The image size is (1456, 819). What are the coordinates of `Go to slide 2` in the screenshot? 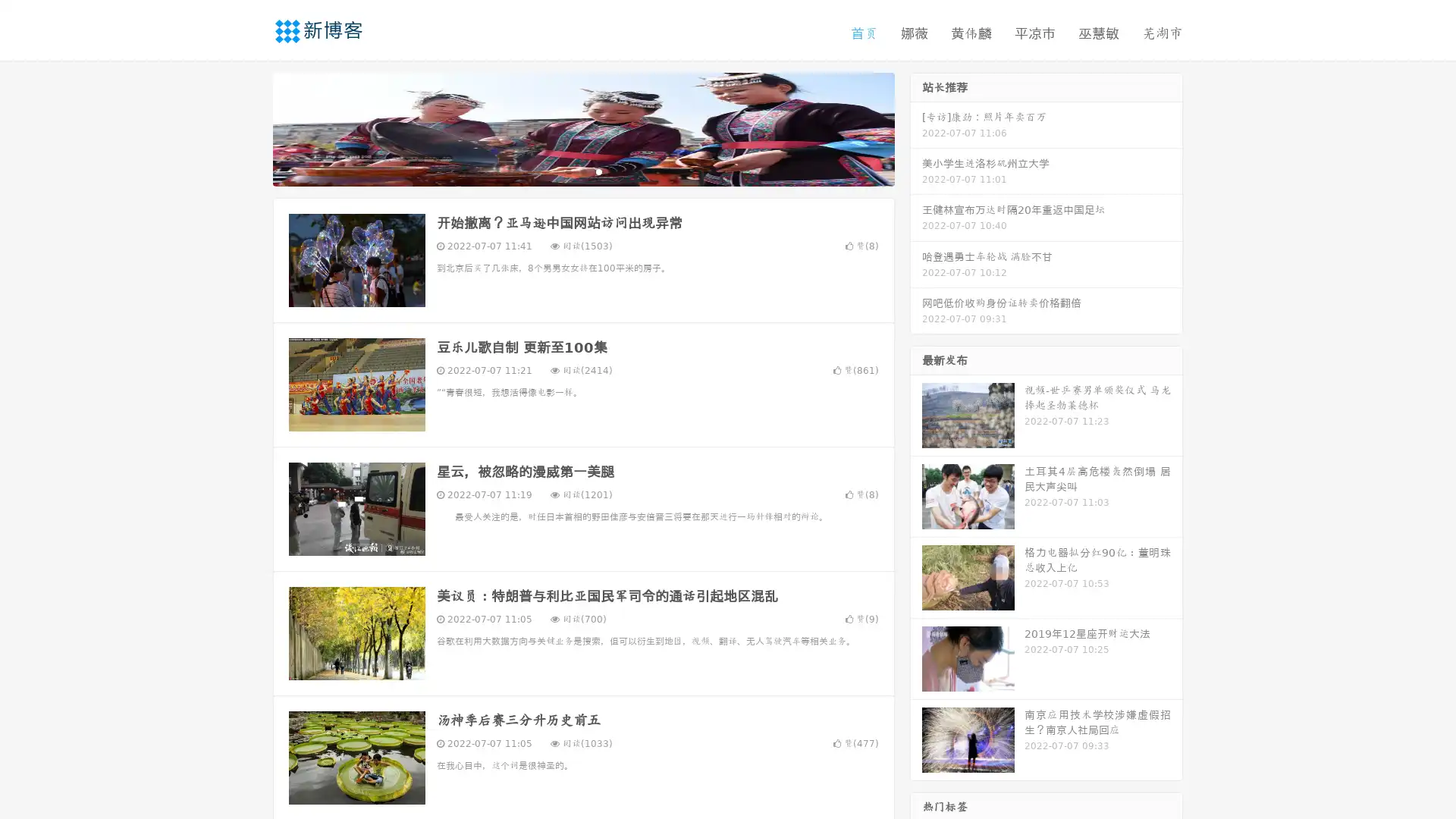 It's located at (582, 171).